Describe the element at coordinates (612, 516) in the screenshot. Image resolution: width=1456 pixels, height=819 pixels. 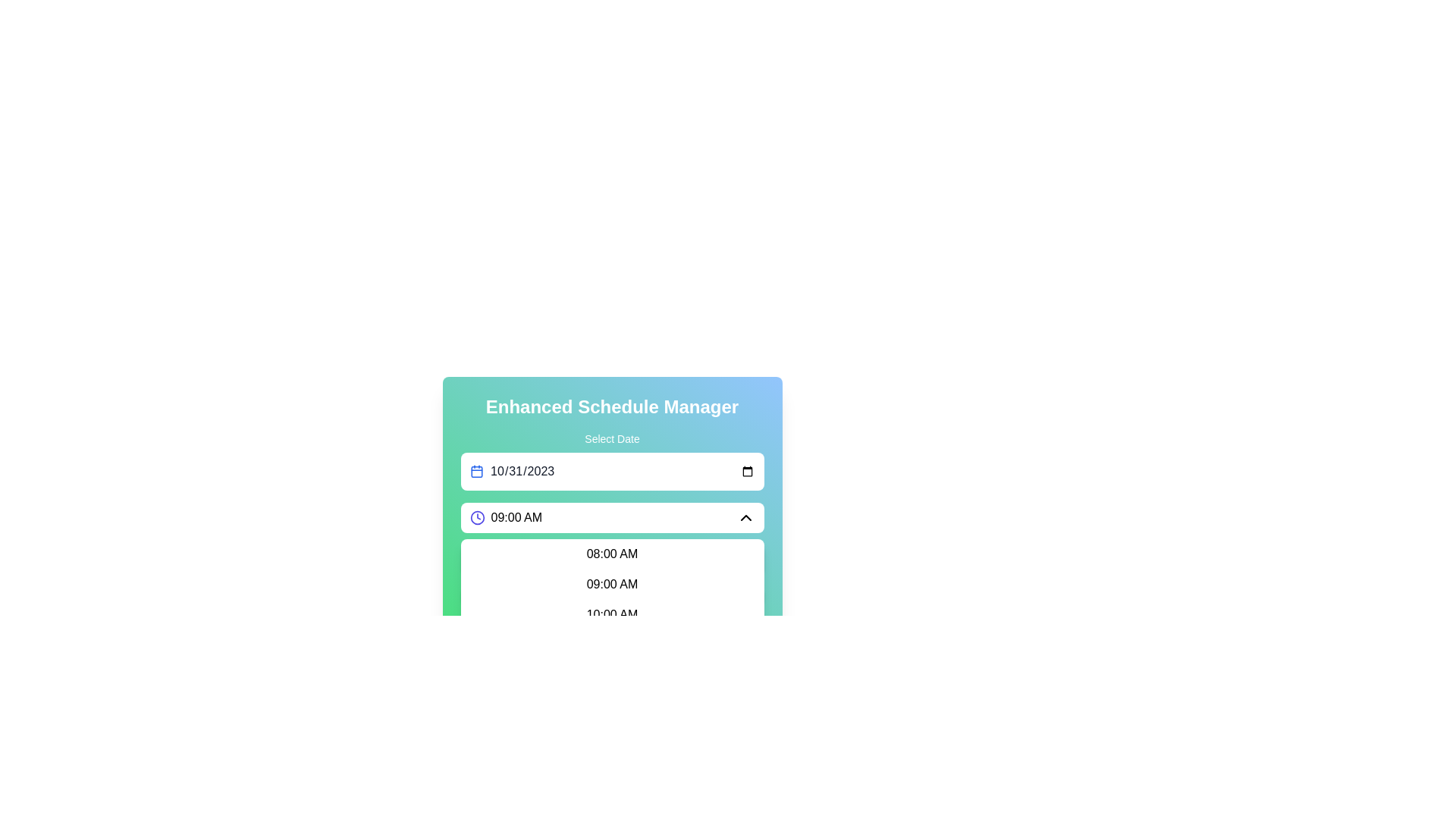
I see `the Dropdown selector button located directly below the date input field` at that location.